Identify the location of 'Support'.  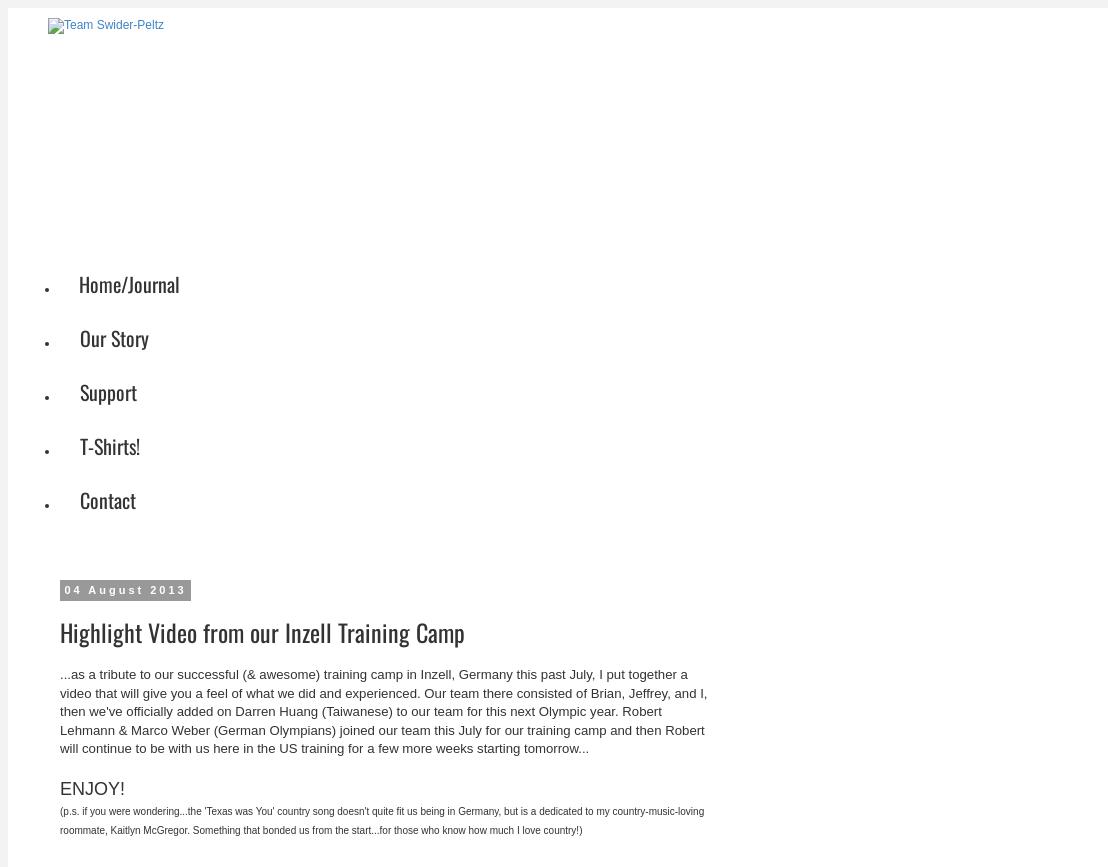
(108, 391).